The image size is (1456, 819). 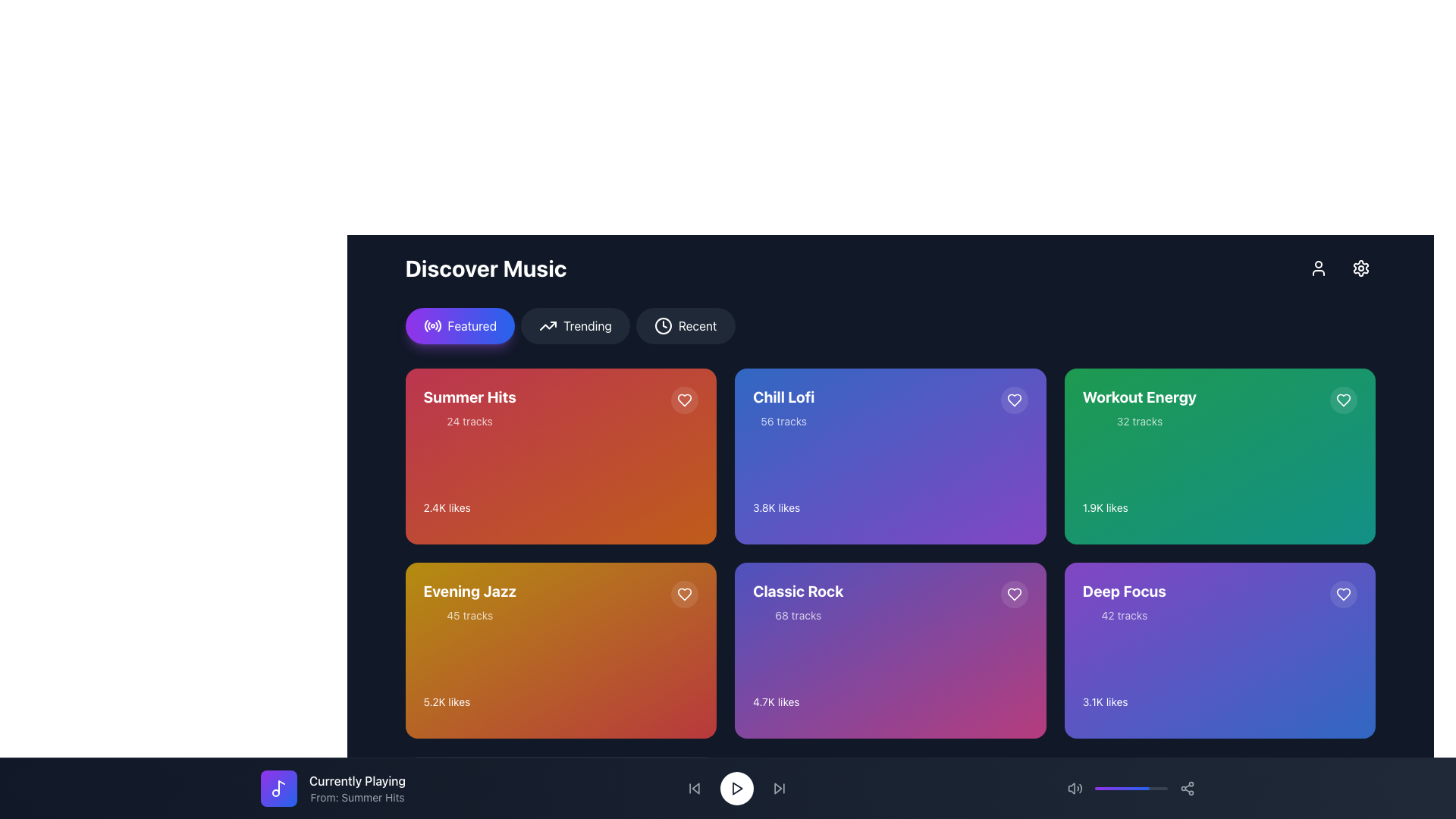 I want to click on the 'like' or 'favorite' button located in the top-right corner of the 'Deep Focus' music category card, so click(x=1344, y=593).